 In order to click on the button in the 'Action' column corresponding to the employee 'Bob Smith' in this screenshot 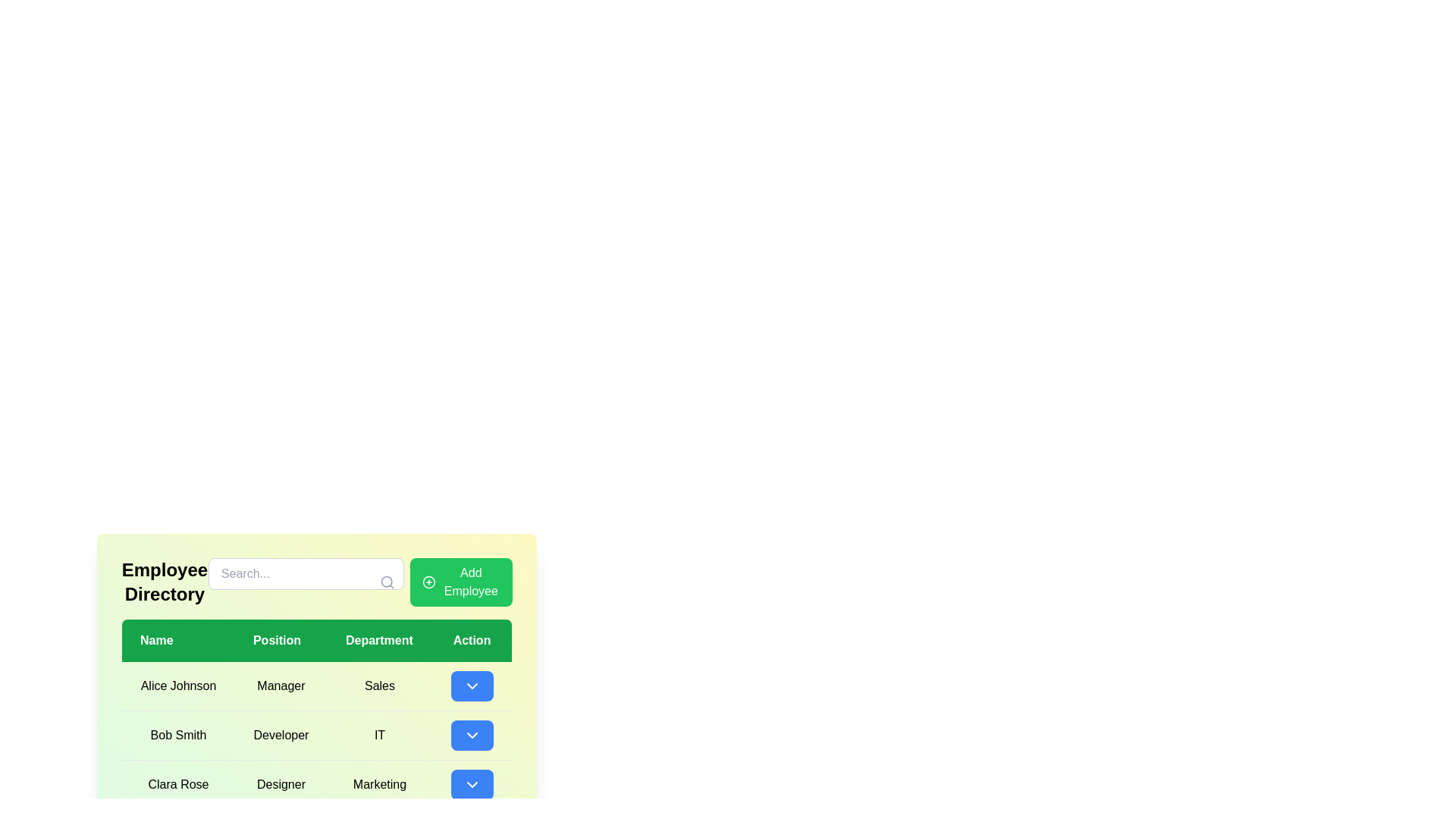, I will do `click(471, 734)`.